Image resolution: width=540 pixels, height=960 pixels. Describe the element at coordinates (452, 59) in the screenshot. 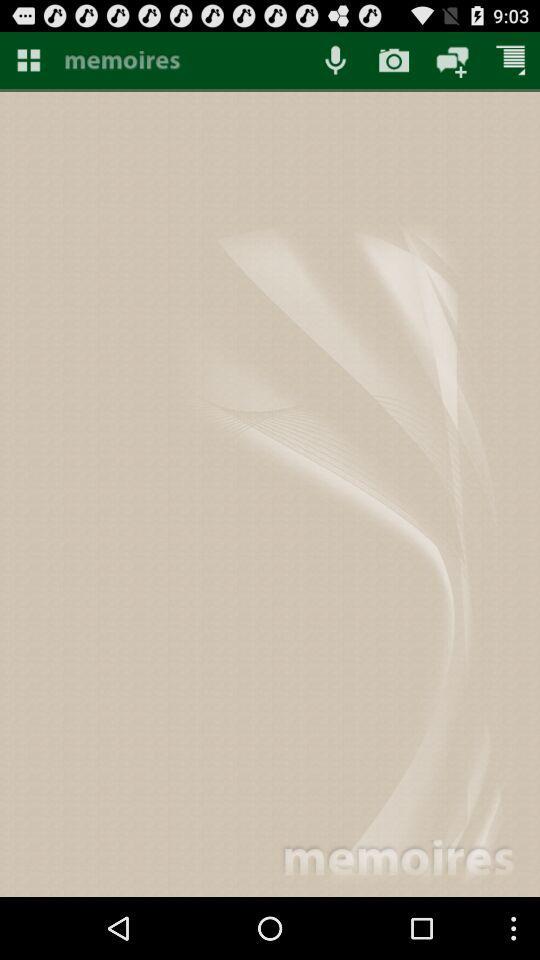

I see `share photo` at that location.